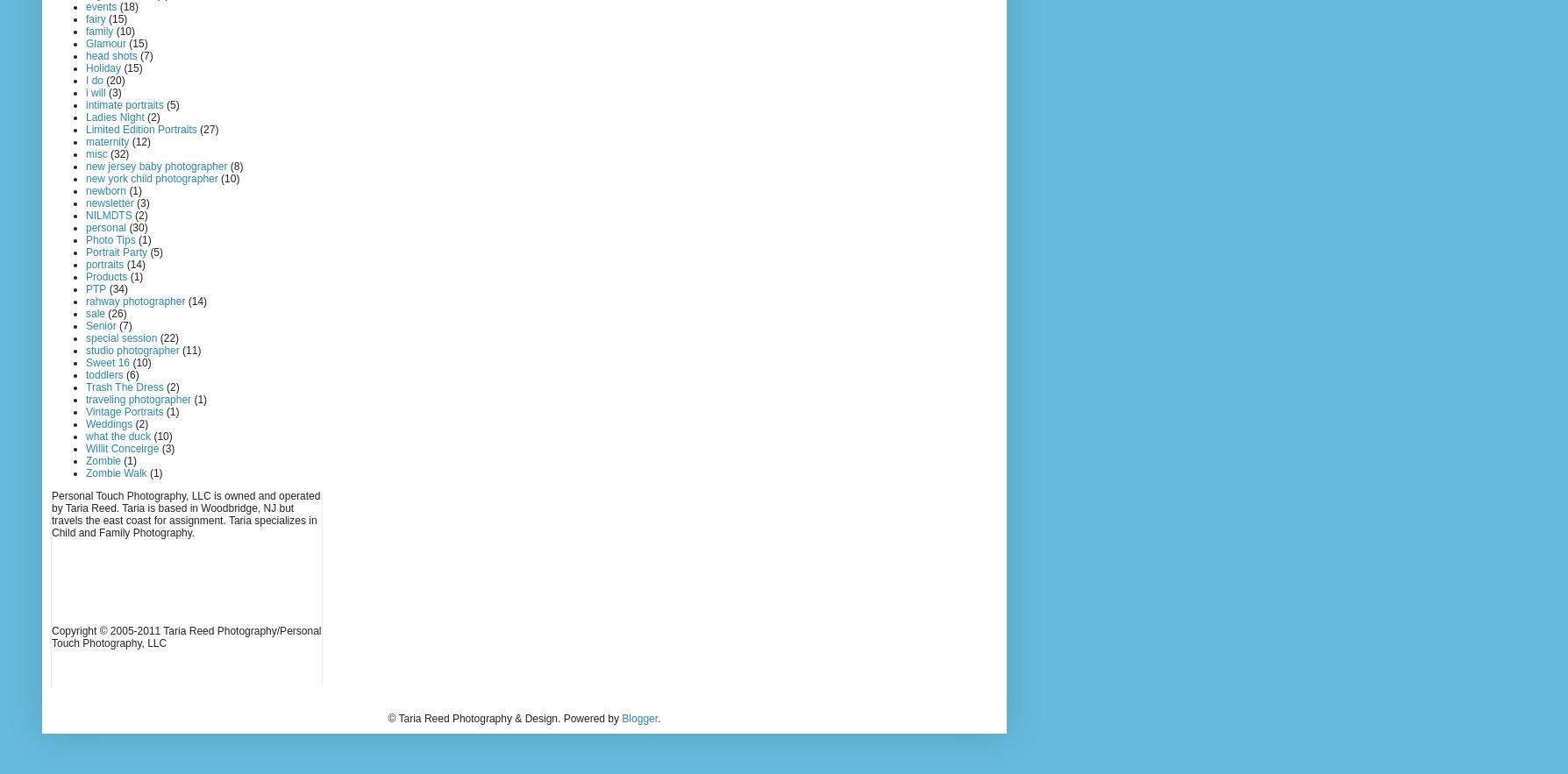 The width and height of the screenshot is (1568, 774). What do you see at coordinates (109, 423) in the screenshot?
I see `'Weddings'` at bounding box center [109, 423].